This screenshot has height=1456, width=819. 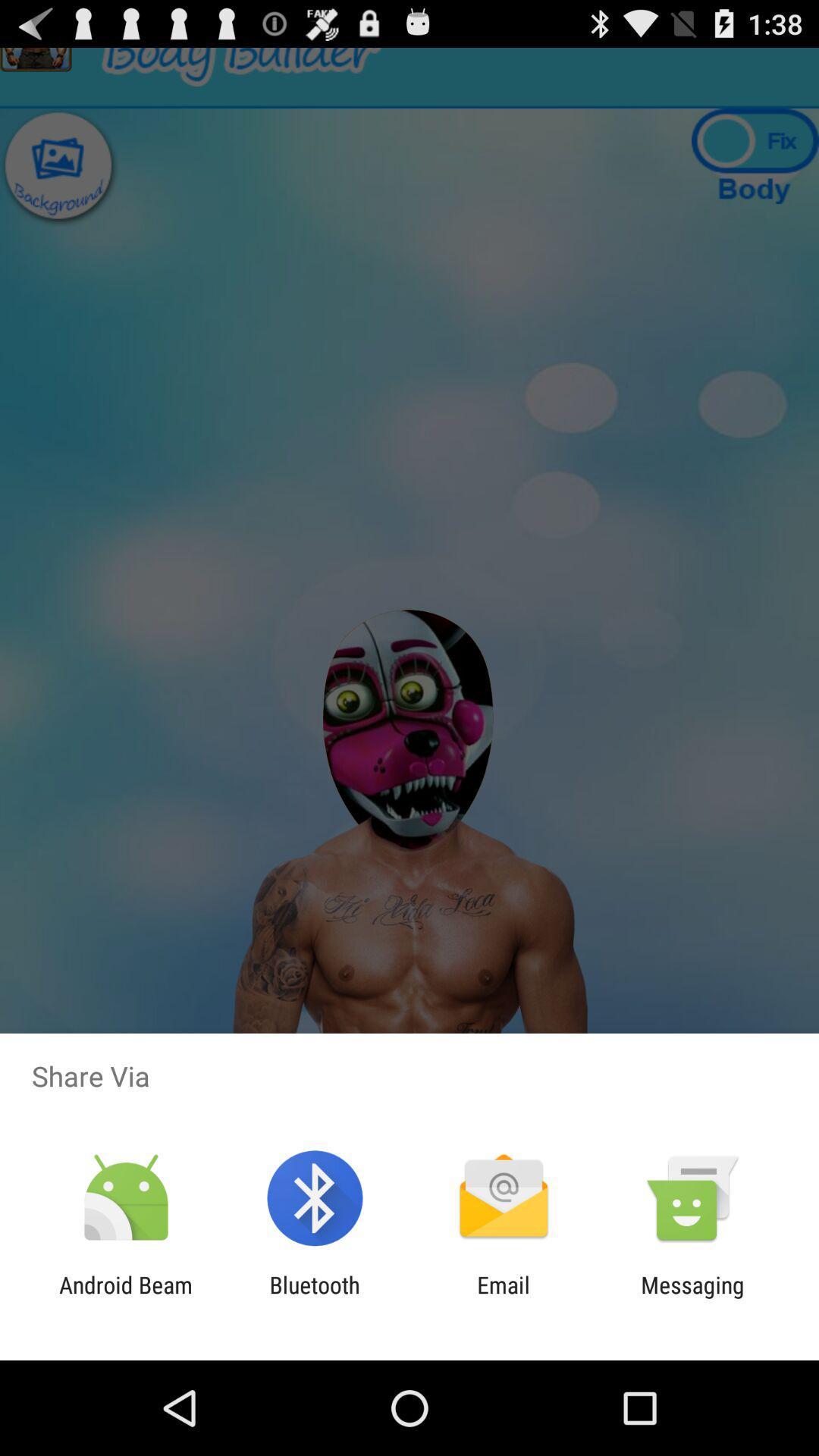 What do you see at coordinates (504, 1298) in the screenshot?
I see `the email` at bounding box center [504, 1298].